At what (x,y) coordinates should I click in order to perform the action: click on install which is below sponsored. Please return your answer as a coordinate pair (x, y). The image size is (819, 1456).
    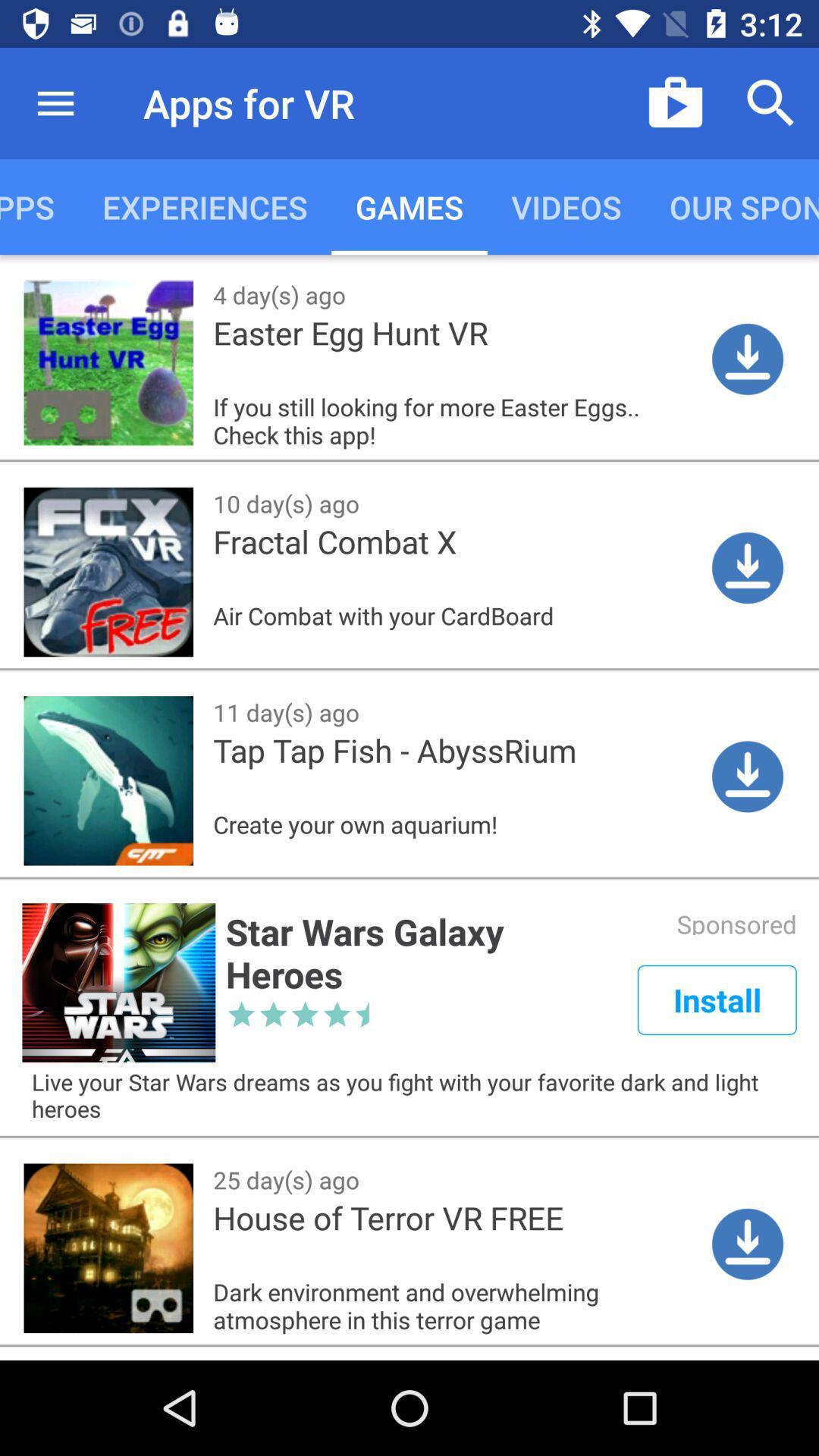
    Looking at the image, I should click on (717, 1000).